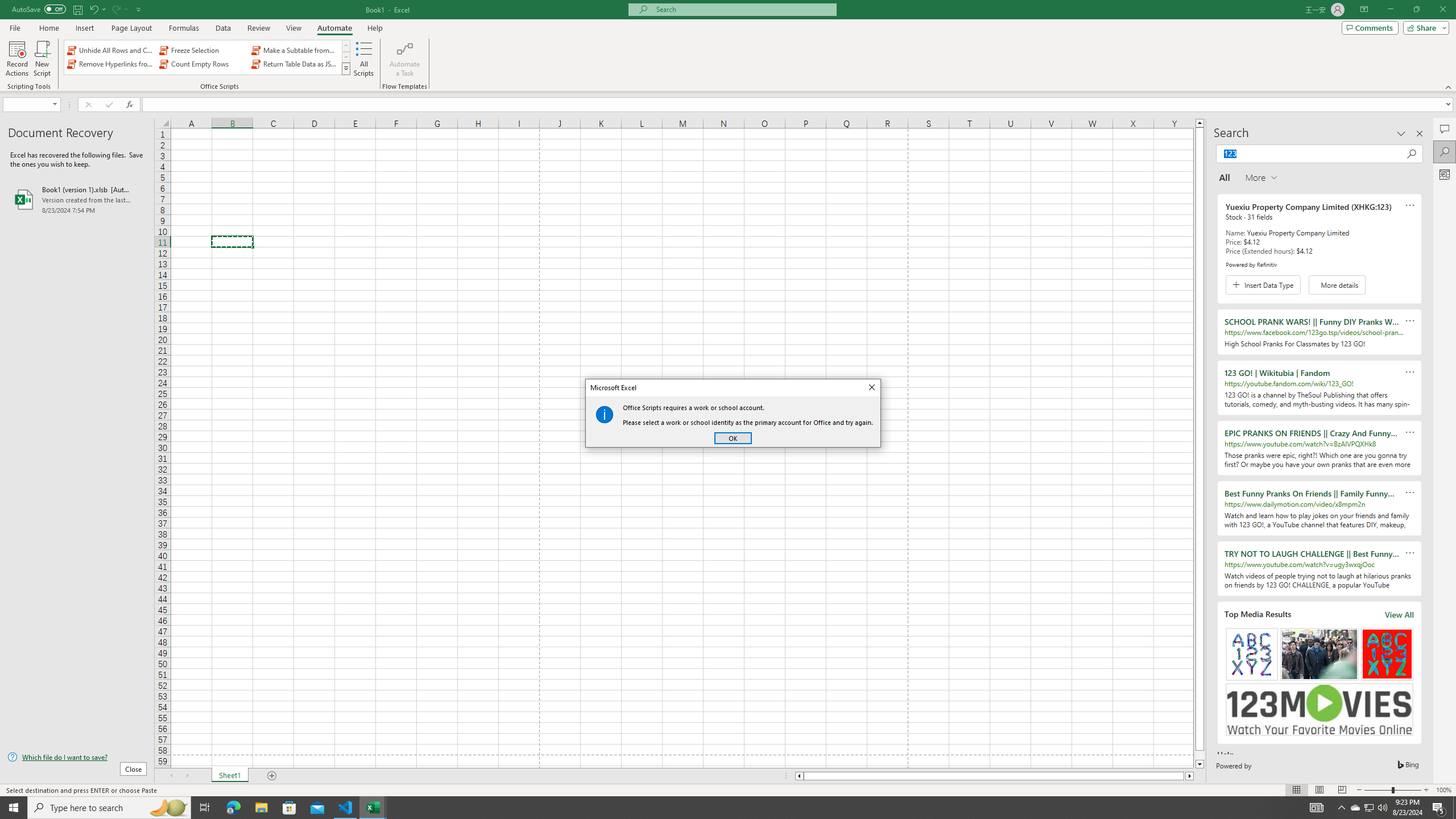 Image resolution: width=1456 pixels, height=819 pixels. What do you see at coordinates (798, 775) in the screenshot?
I see `'Column left'` at bounding box center [798, 775].